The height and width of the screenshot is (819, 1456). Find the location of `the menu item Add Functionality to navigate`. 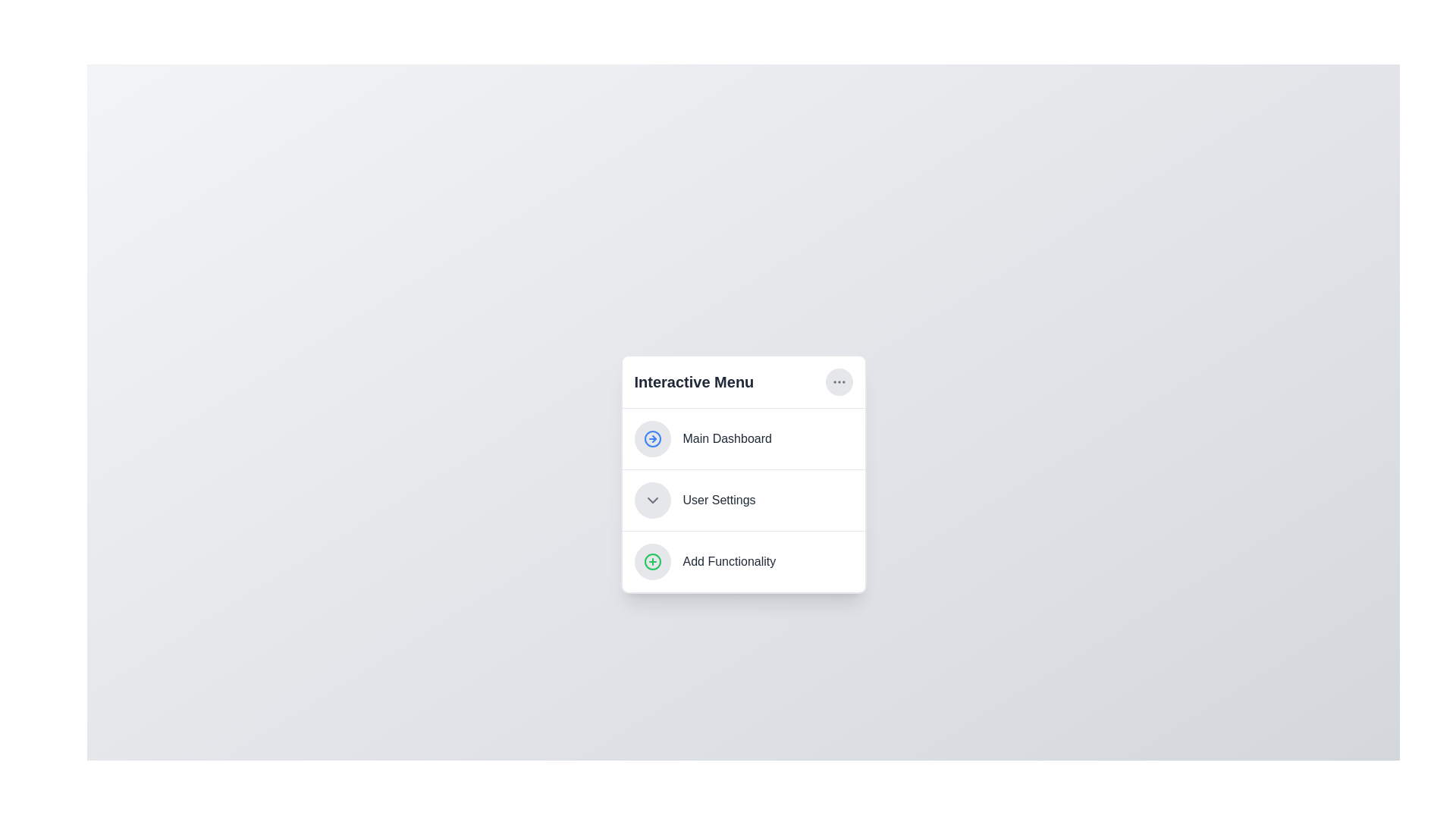

the menu item Add Functionality to navigate is located at coordinates (743, 561).